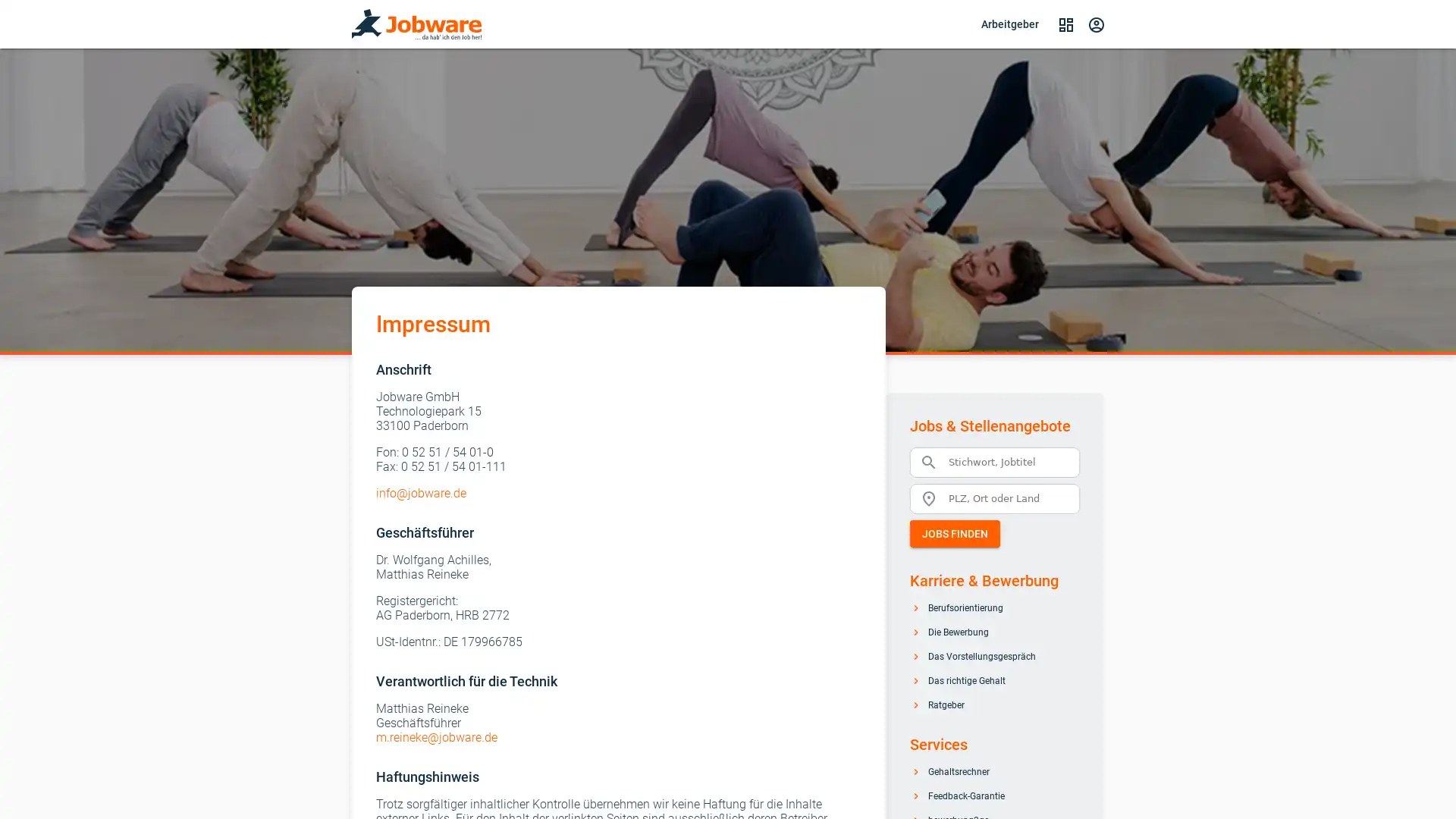 Image resolution: width=1456 pixels, height=819 pixels. What do you see at coordinates (954, 532) in the screenshot?
I see `JOBS FINDEN` at bounding box center [954, 532].